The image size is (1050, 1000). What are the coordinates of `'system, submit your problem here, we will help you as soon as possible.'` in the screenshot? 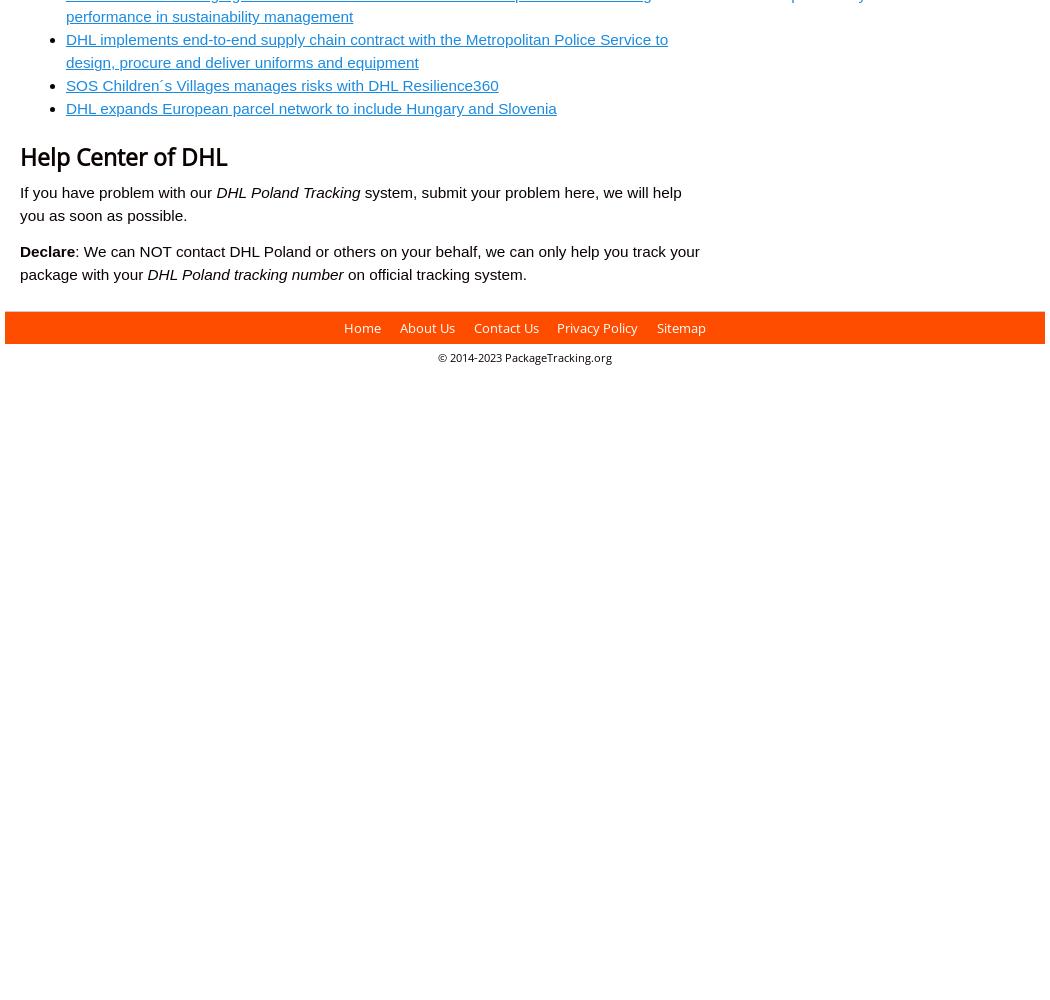 It's located at (349, 202).